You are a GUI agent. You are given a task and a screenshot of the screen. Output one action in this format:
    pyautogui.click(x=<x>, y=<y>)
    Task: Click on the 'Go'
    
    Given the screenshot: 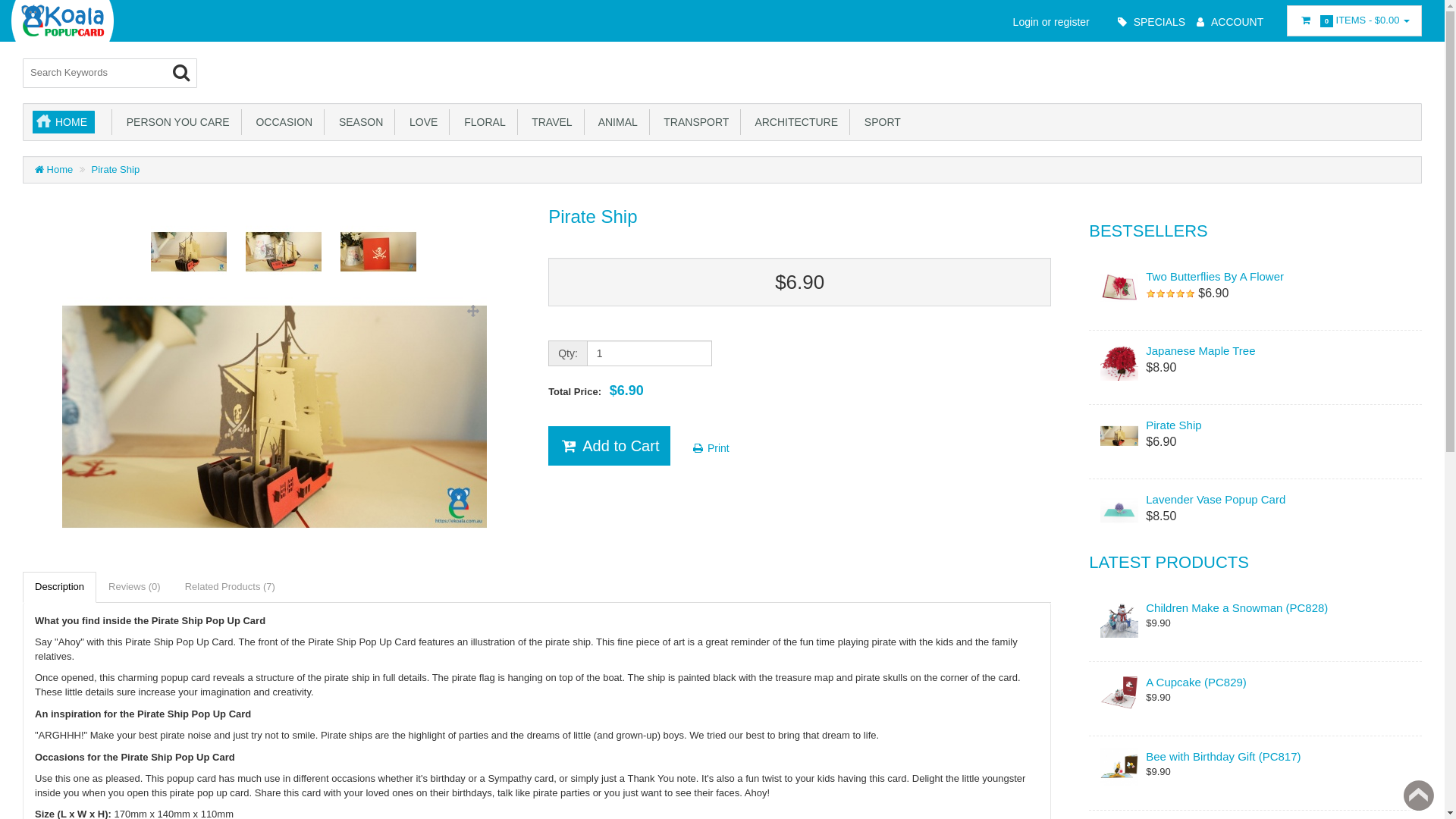 What is the action you would take?
    pyautogui.click(x=172, y=73)
    